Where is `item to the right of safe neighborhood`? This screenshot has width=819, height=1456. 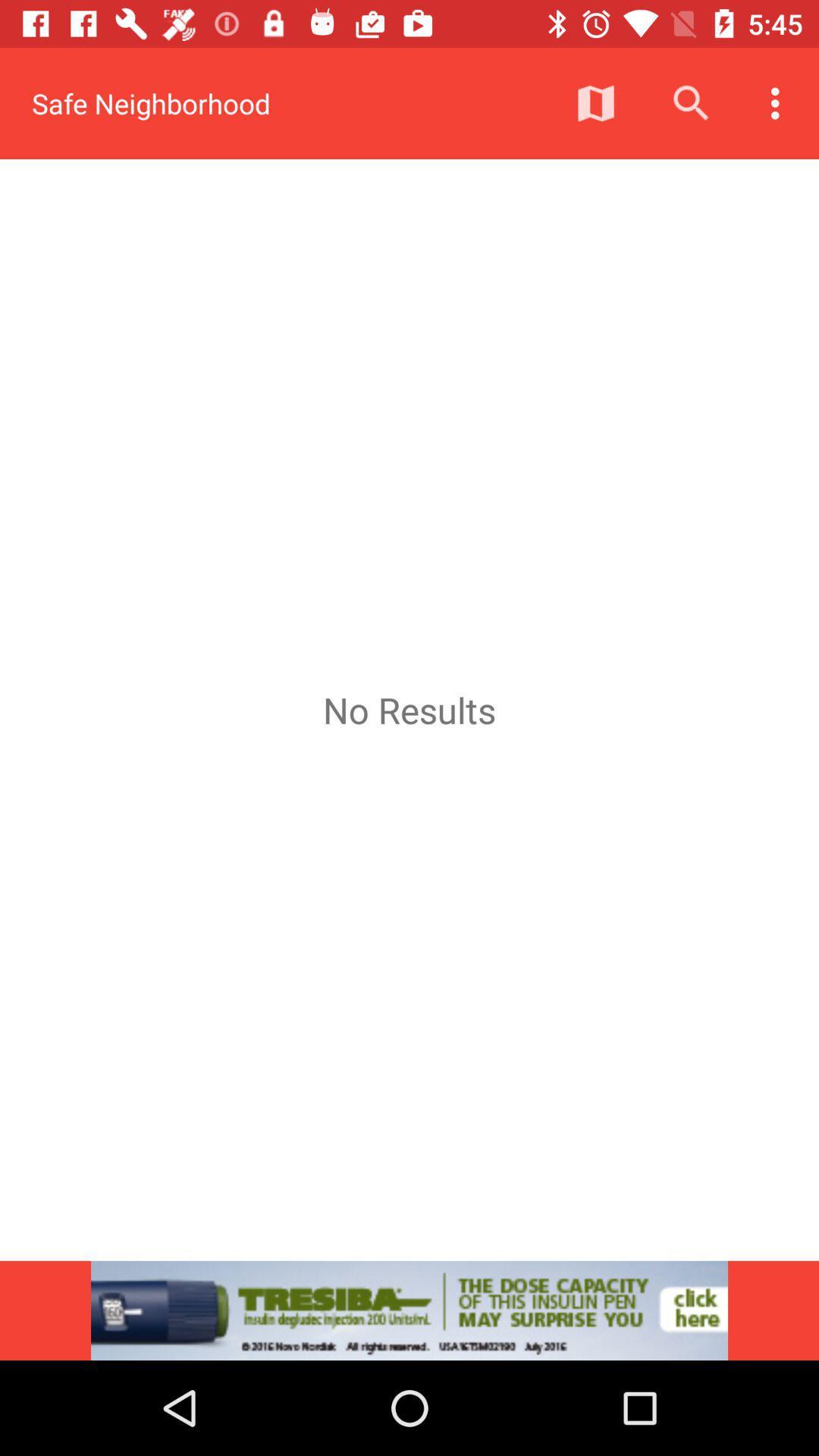 item to the right of safe neighborhood is located at coordinates (595, 102).